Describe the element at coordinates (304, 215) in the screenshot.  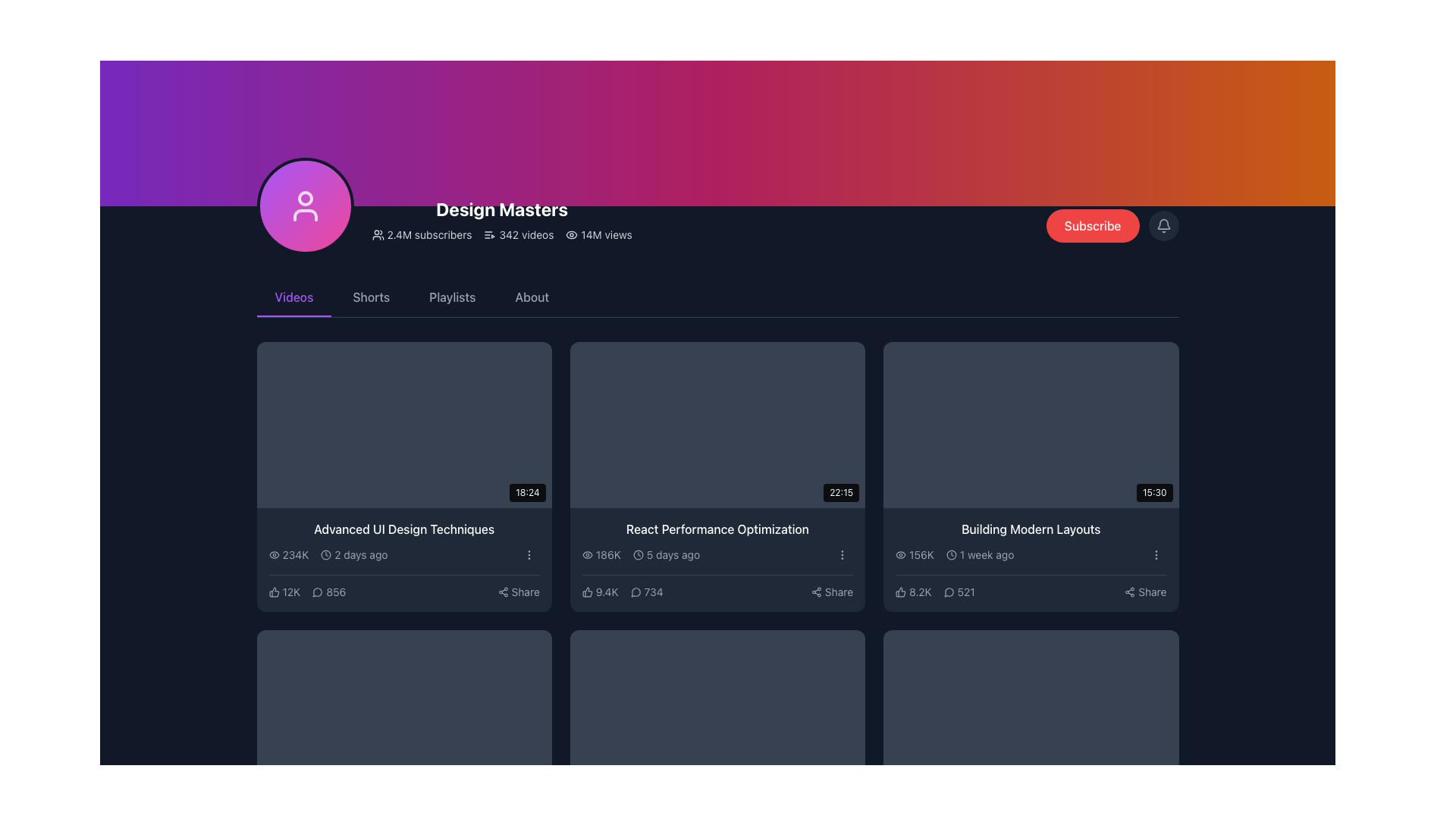
I see `the decorative graphical element that represents the body part of the user icon, located centrally below the user's head within the avatar graphic` at that location.